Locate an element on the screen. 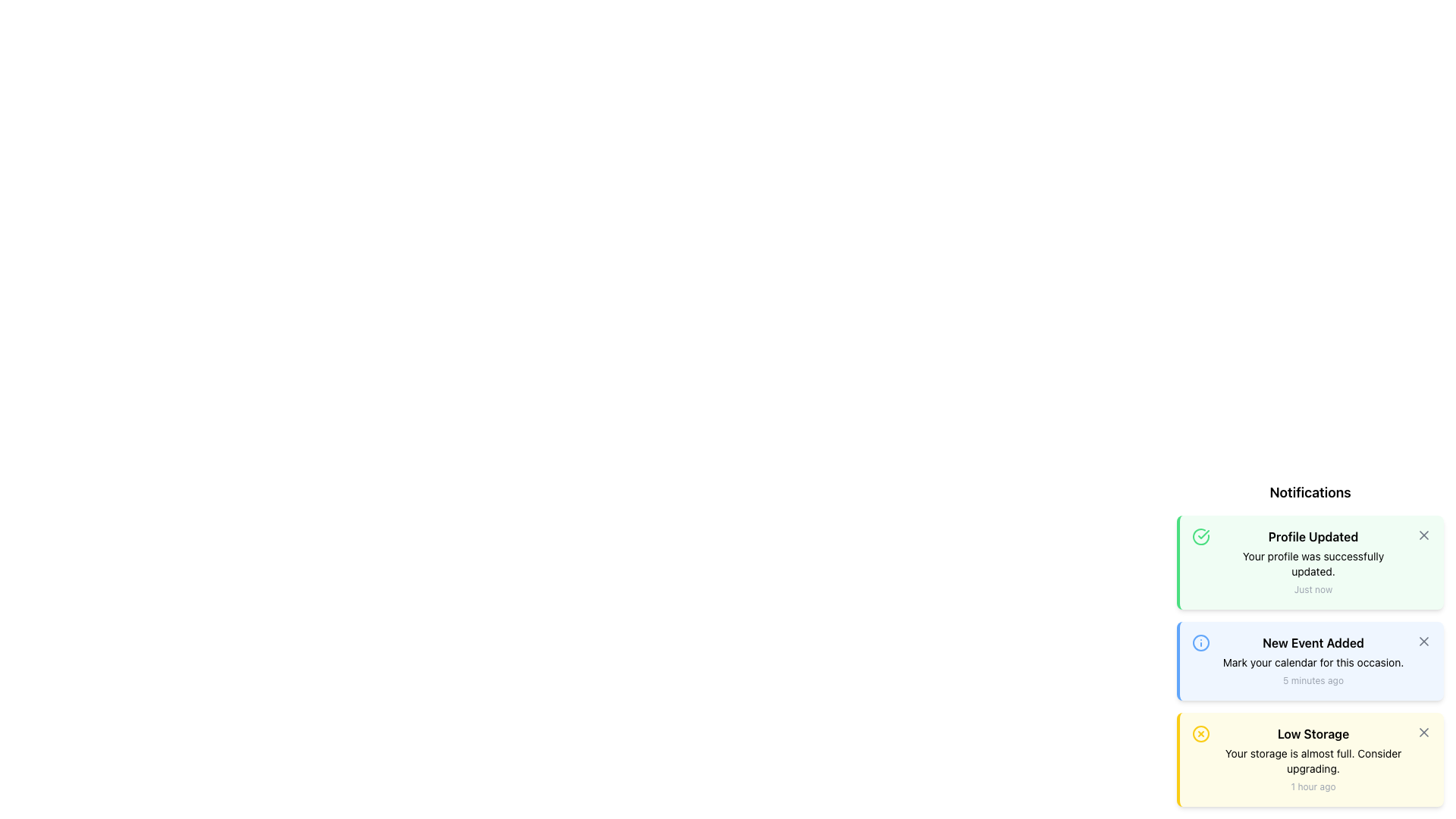  the circular warning indicator for the 'Low Storage' notification, which is part of an SVG graphical component, positioned to the left of the associated text and icon is located at coordinates (1200, 733).